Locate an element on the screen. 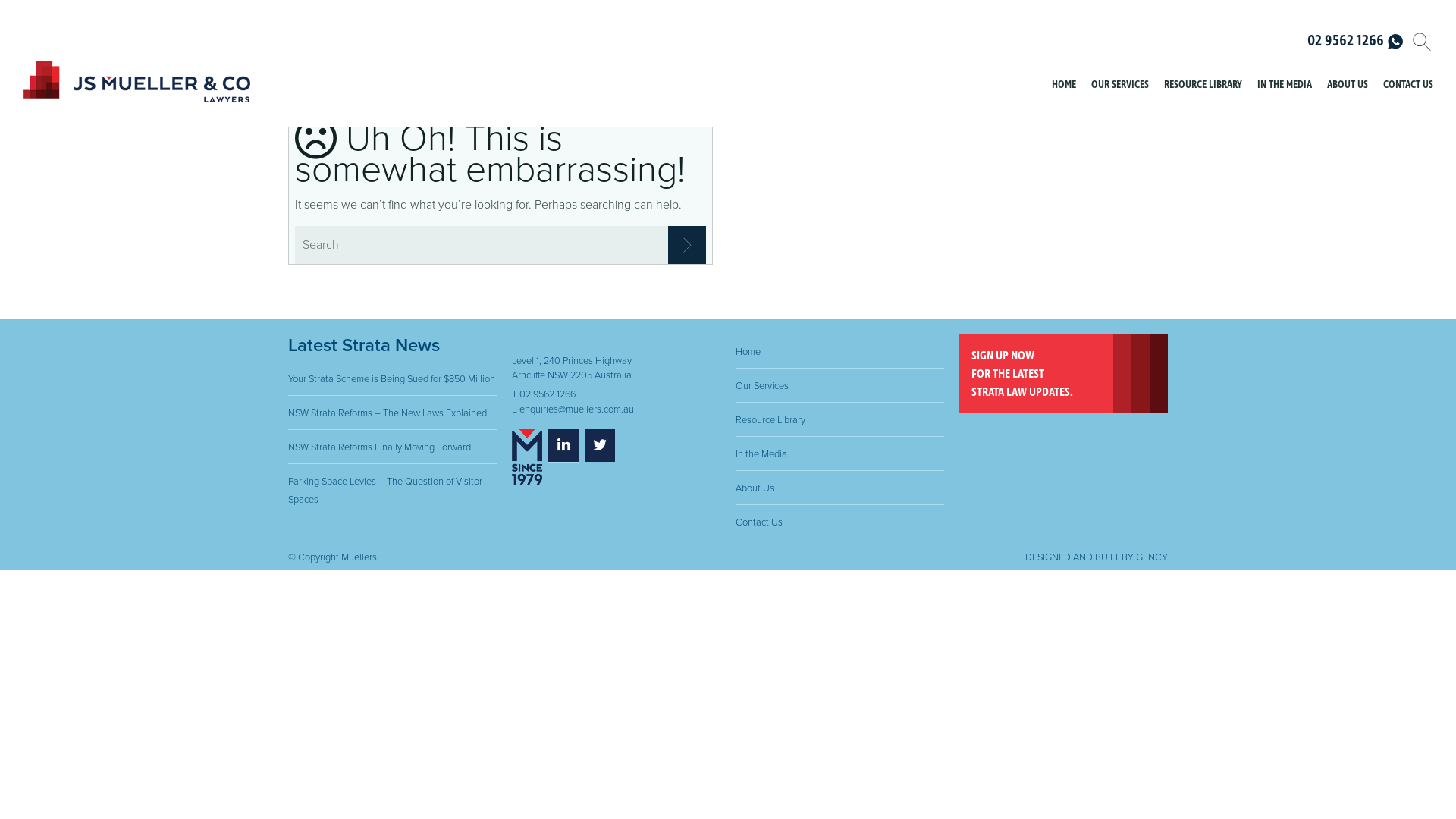  'GENCY' is located at coordinates (1151, 557).